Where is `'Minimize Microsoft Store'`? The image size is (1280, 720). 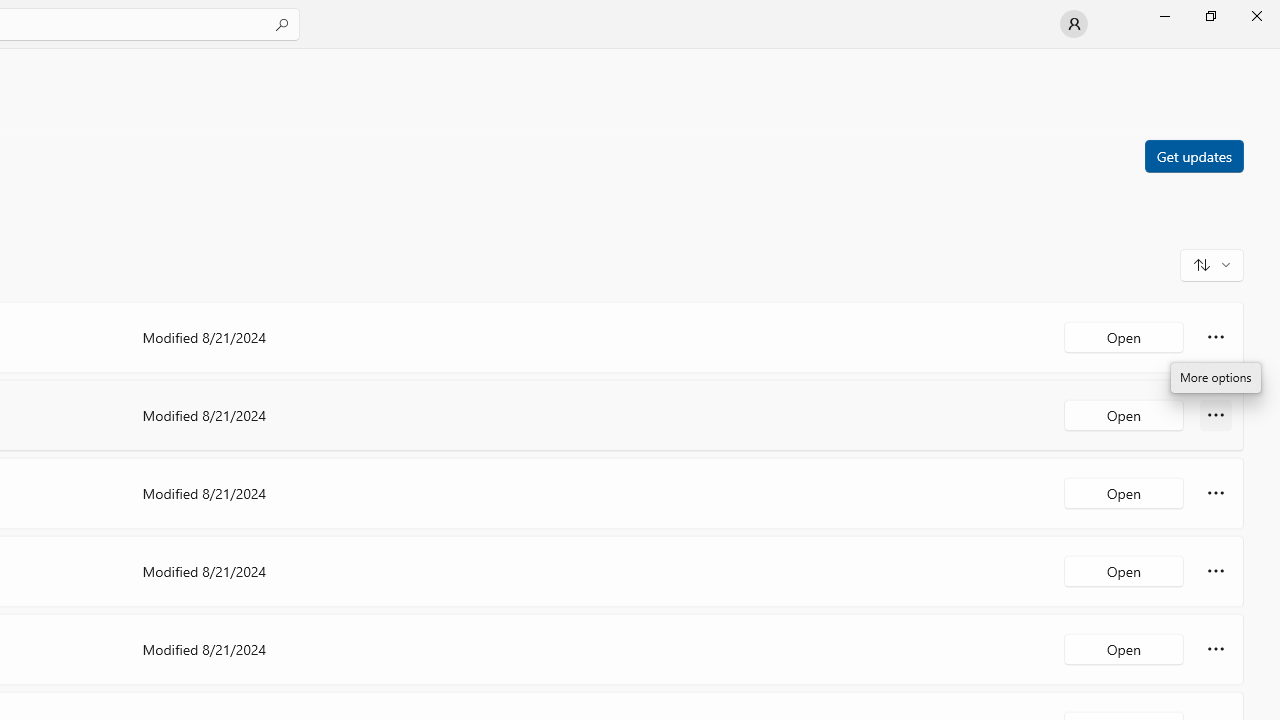 'Minimize Microsoft Store' is located at coordinates (1164, 15).